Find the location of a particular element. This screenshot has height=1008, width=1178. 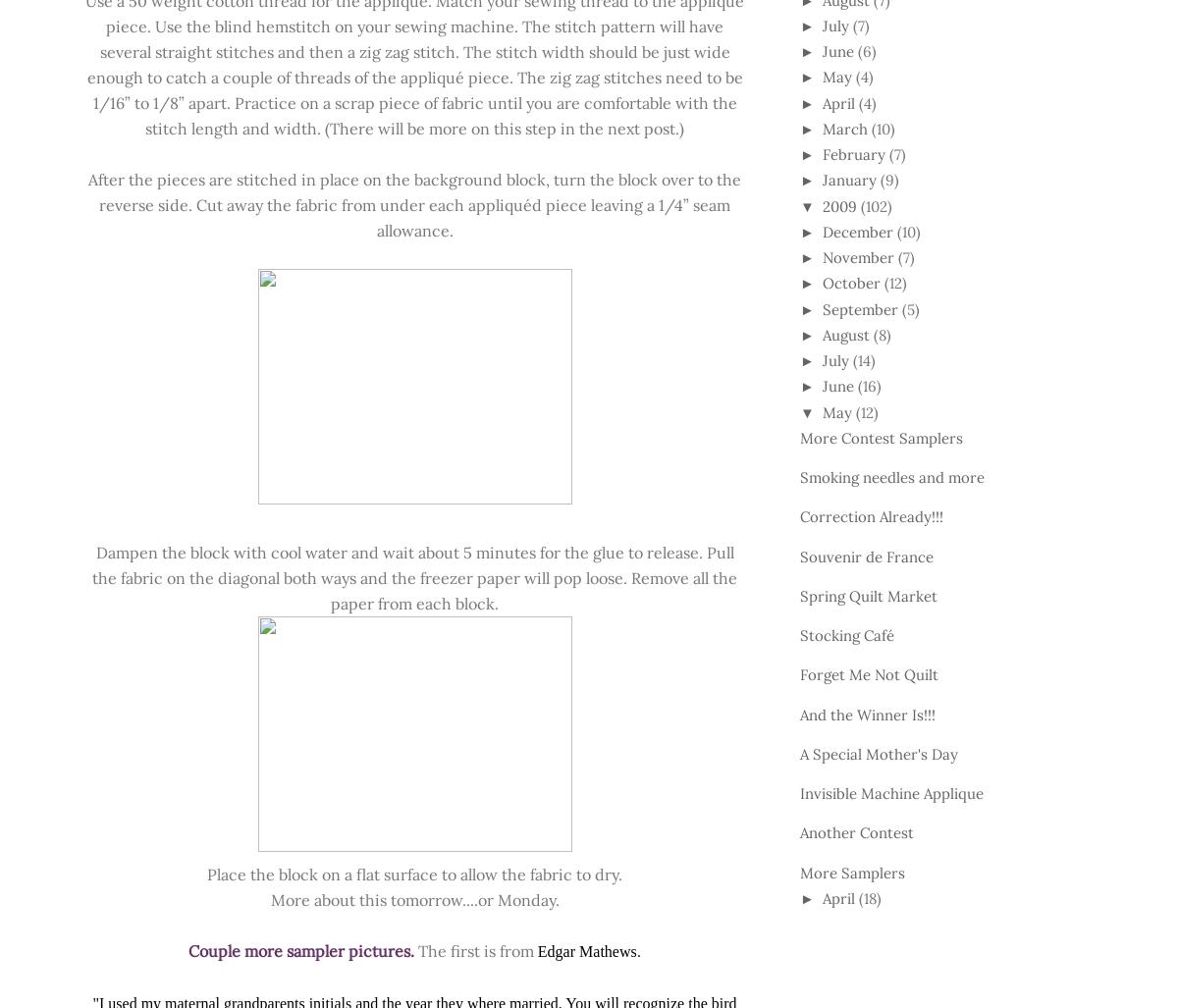

'(18)' is located at coordinates (868, 897).